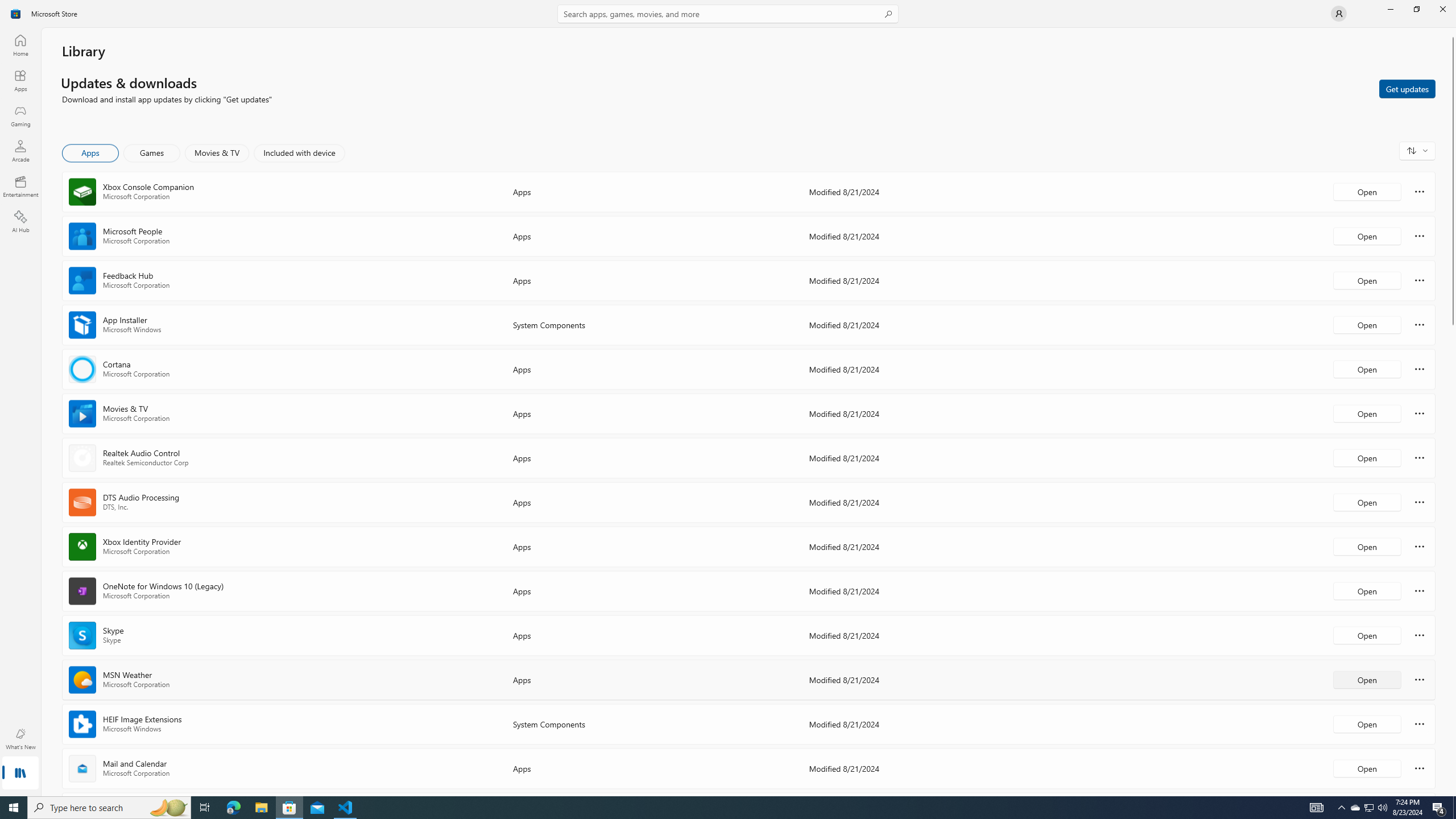 The image size is (1456, 819). I want to click on 'Close Microsoft Store', so click(1442, 9).